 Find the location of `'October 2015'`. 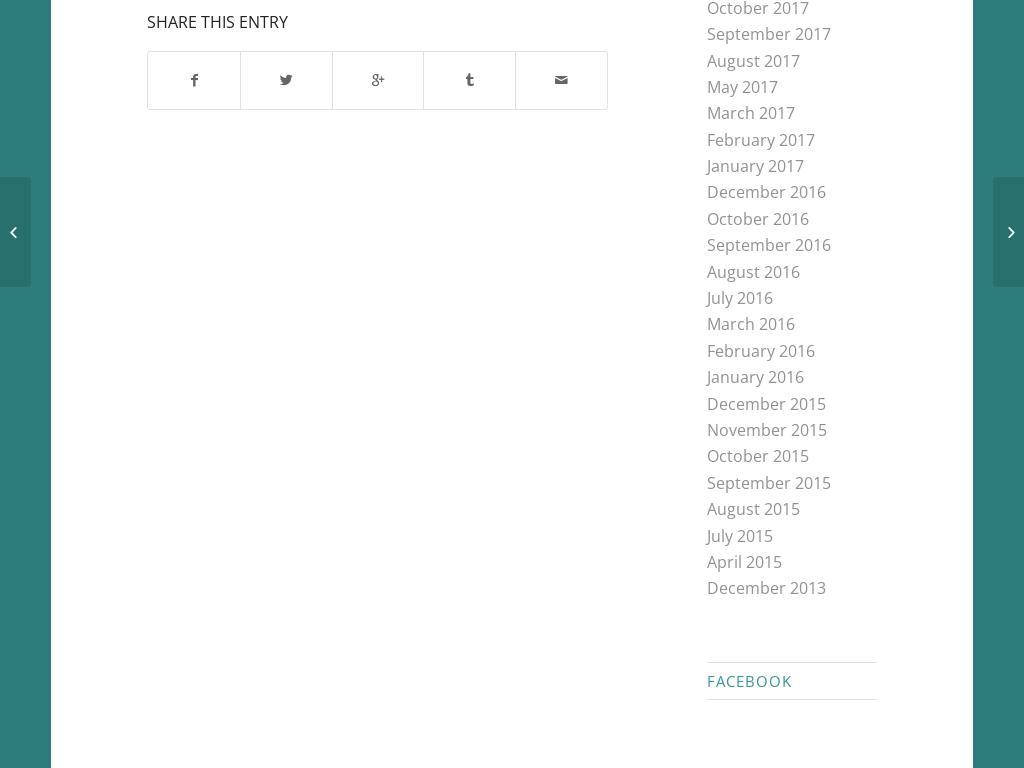

'October 2015' is located at coordinates (756, 455).